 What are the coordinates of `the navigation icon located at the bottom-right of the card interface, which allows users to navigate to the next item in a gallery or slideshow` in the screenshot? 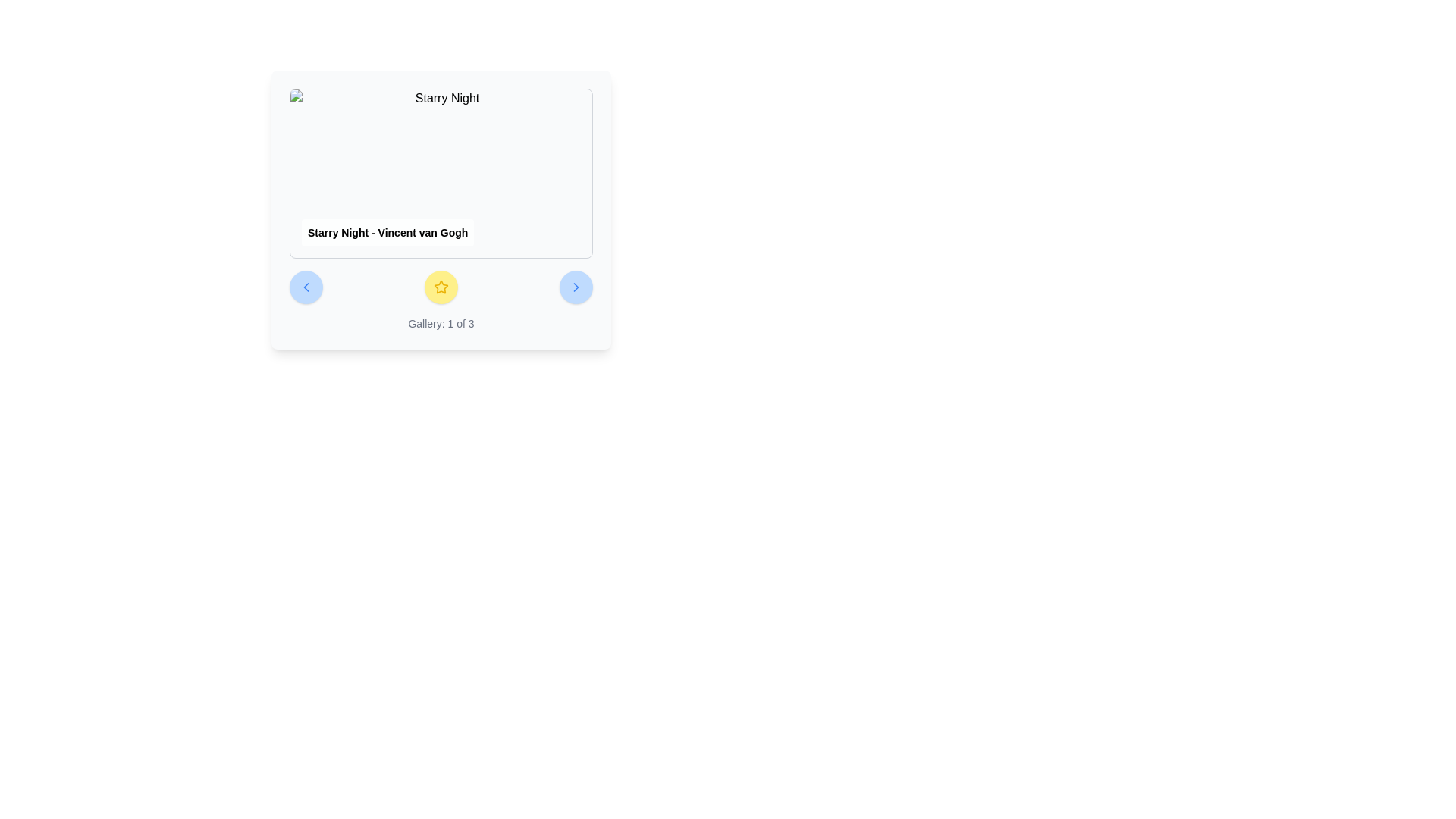 It's located at (575, 287).